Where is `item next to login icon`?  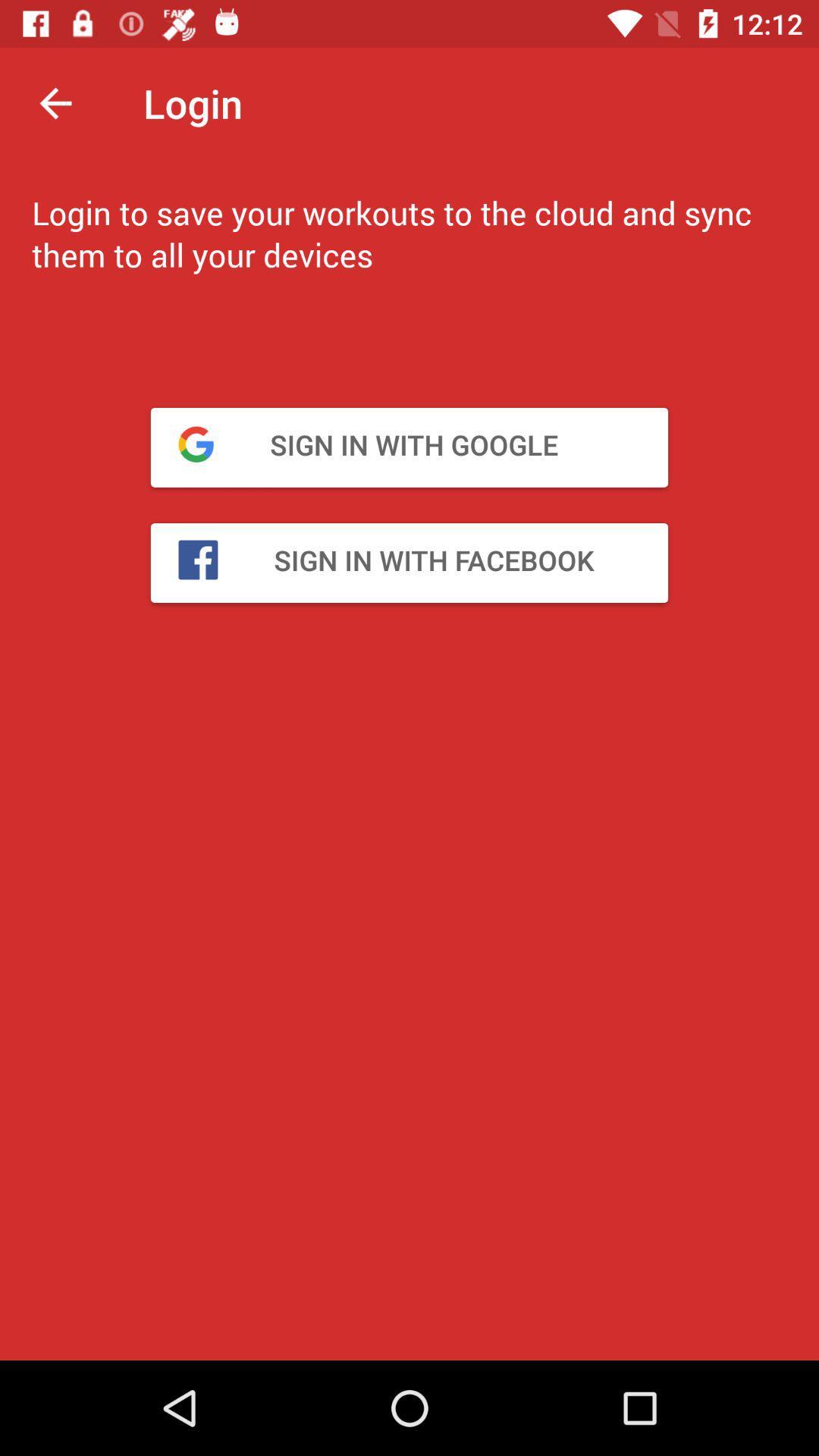 item next to login icon is located at coordinates (55, 102).